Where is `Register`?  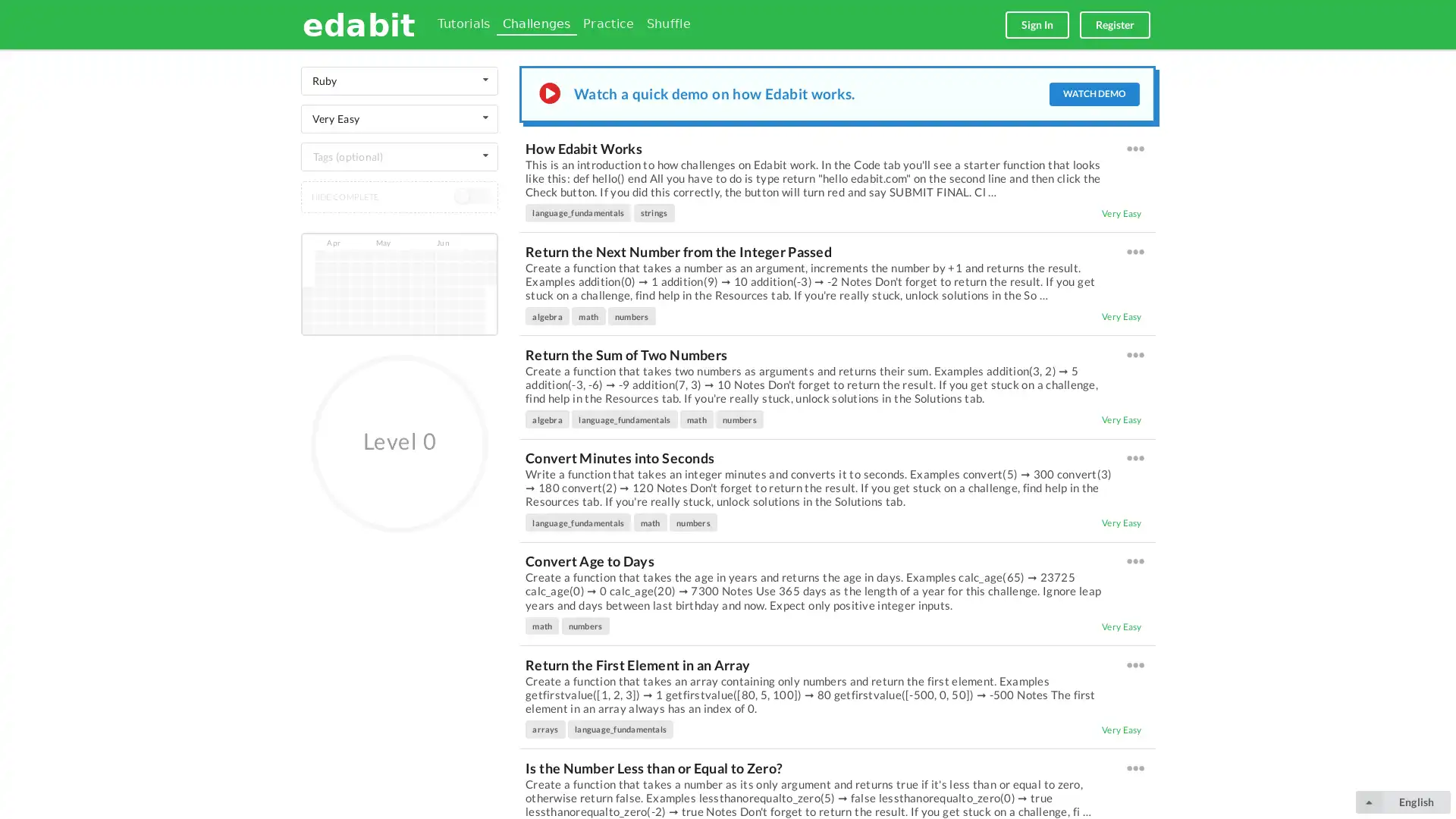
Register is located at coordinates (1114, 24).